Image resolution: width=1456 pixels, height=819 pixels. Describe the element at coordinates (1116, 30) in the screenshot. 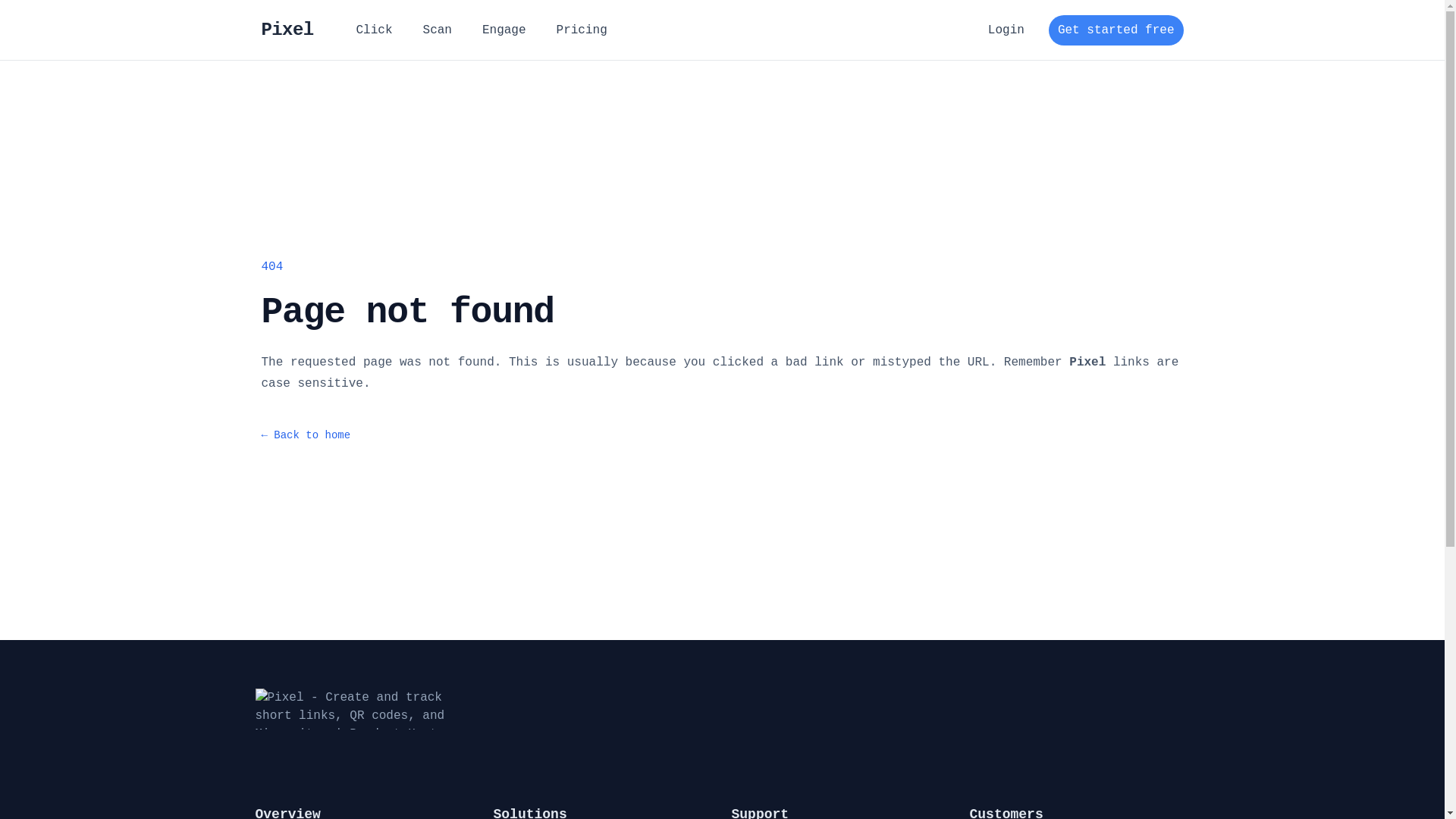

I see `'Get started free'` at that location.